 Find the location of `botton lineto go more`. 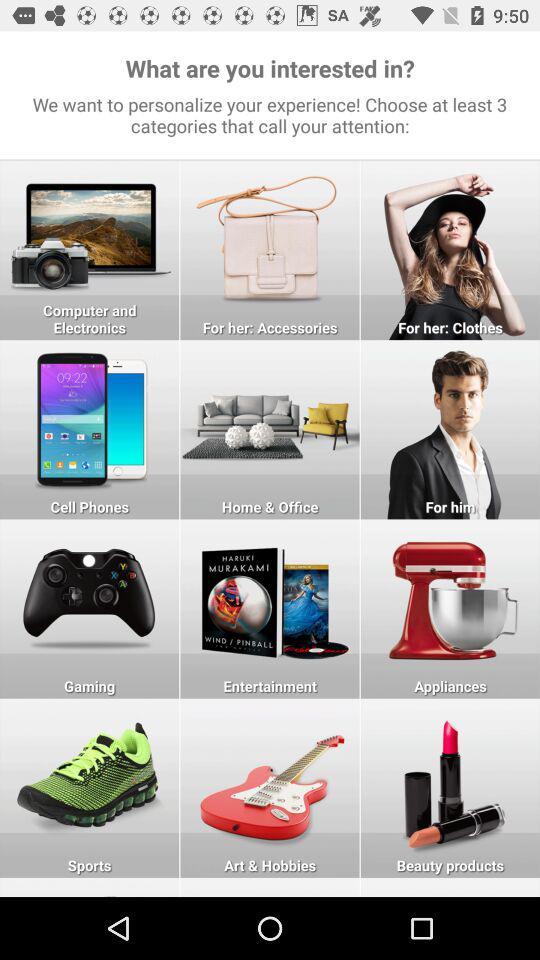

botton lineto go more is located at coordinates (88, 886).